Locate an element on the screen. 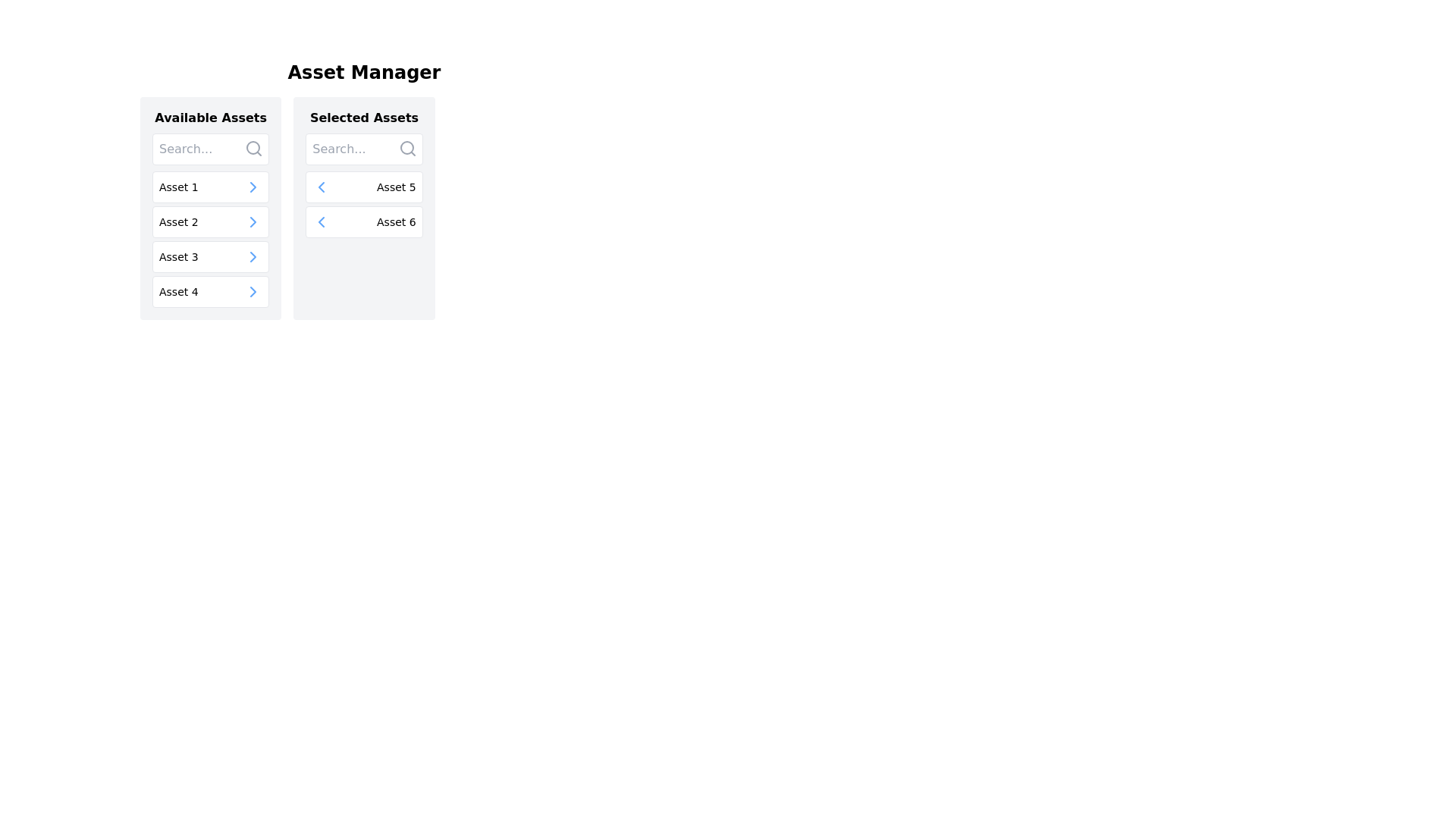 The image size is (1456, 819). the navigation or selection indicator icon located in the 'Selected Assets' column of the 'Asset Manager' interface, positioned above the 'Asset 5' list item is located at coordinates (321, 222).